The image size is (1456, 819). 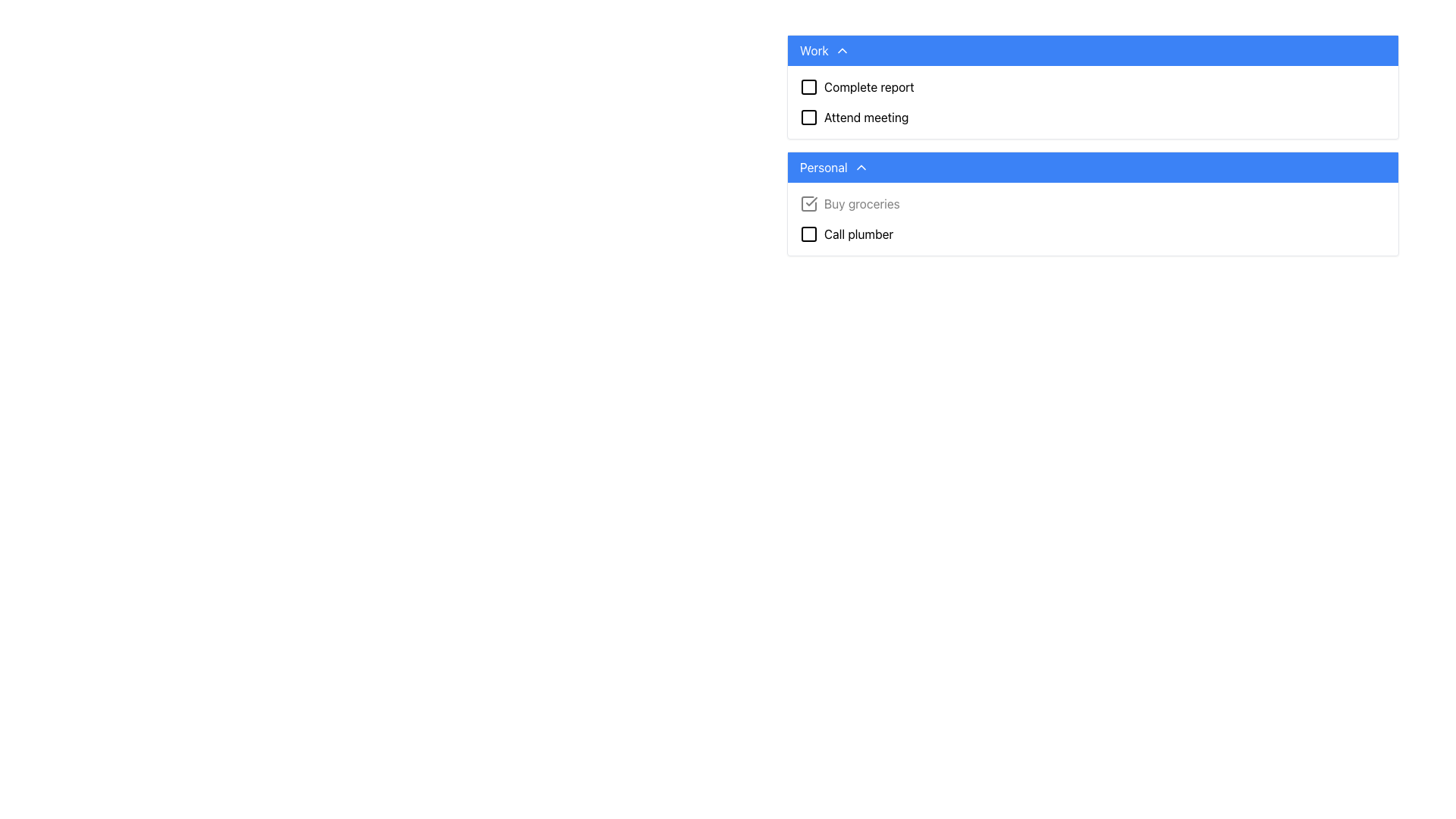 What do you see at coordinates (808, 116) in the screenshot?
I see `the checkbox with a black border located to the left of the text 'Attend meeting'` at bounding box center [808, 116].